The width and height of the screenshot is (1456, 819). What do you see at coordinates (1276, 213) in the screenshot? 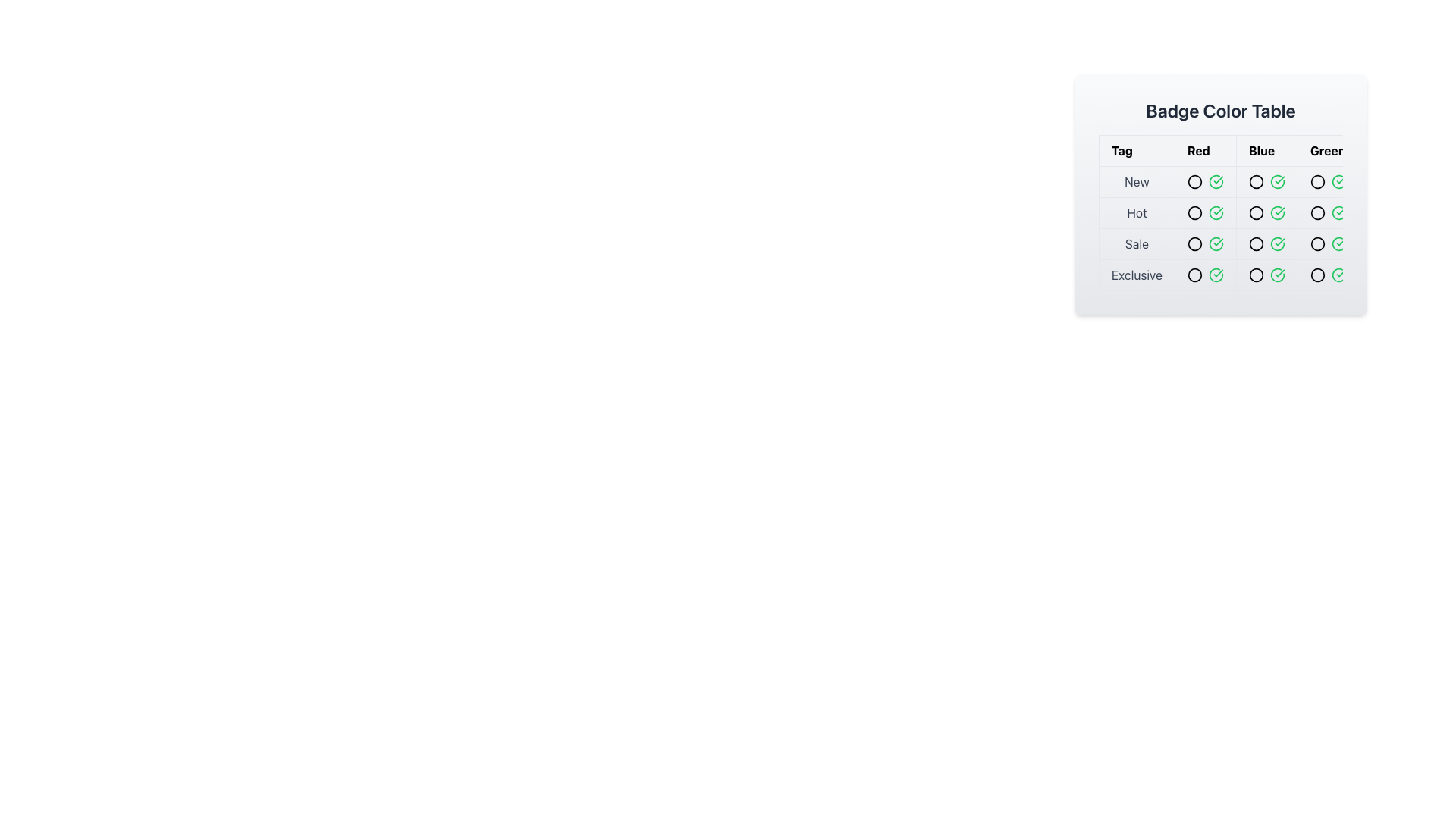
I see `the circular icon with a green checkmark located in the 'Hot' row under the 'Green' column of the 'Badge Color Table'` at bounding box center [1276, 213].